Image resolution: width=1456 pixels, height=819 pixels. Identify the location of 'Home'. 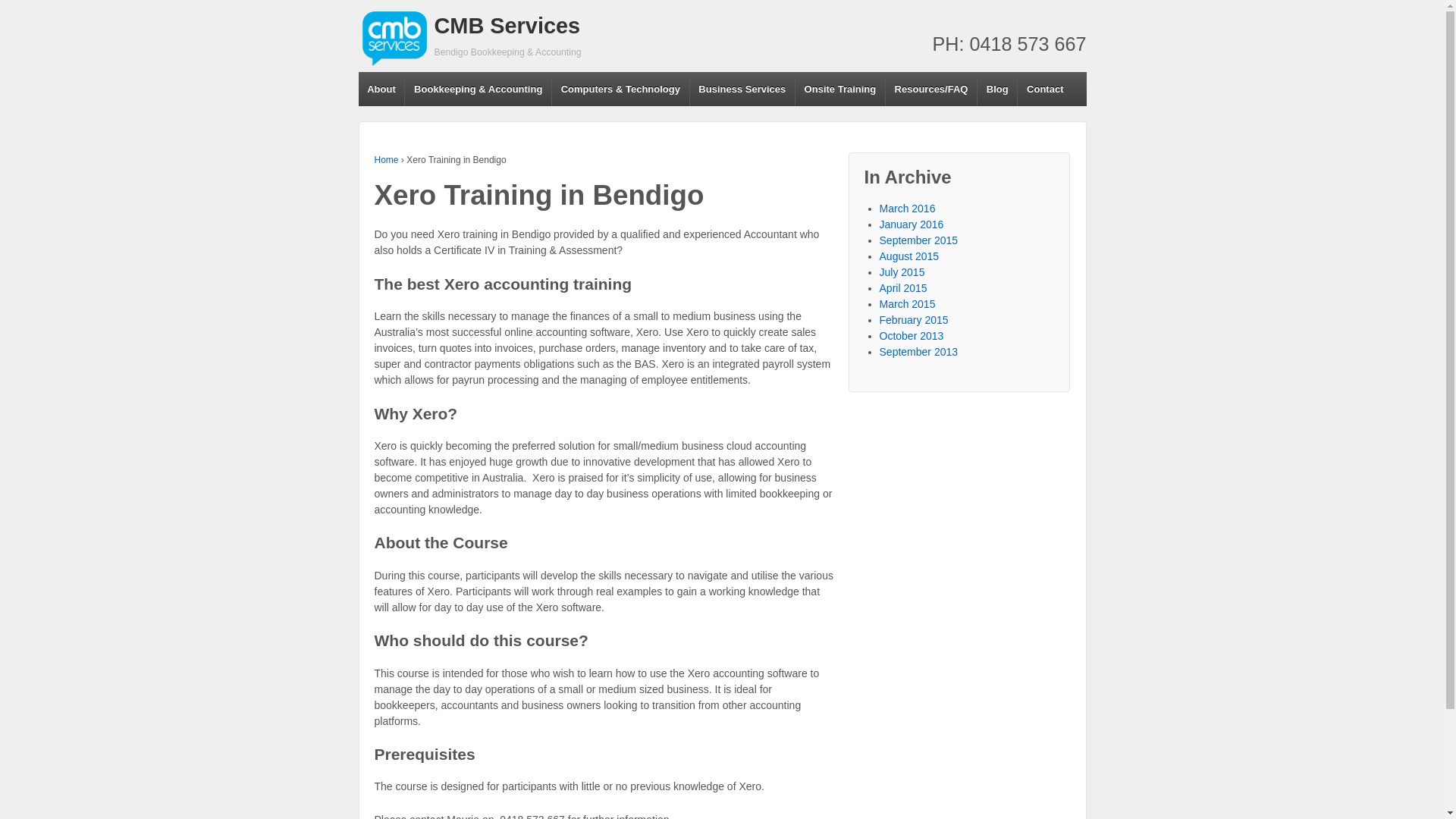
(386, 160).